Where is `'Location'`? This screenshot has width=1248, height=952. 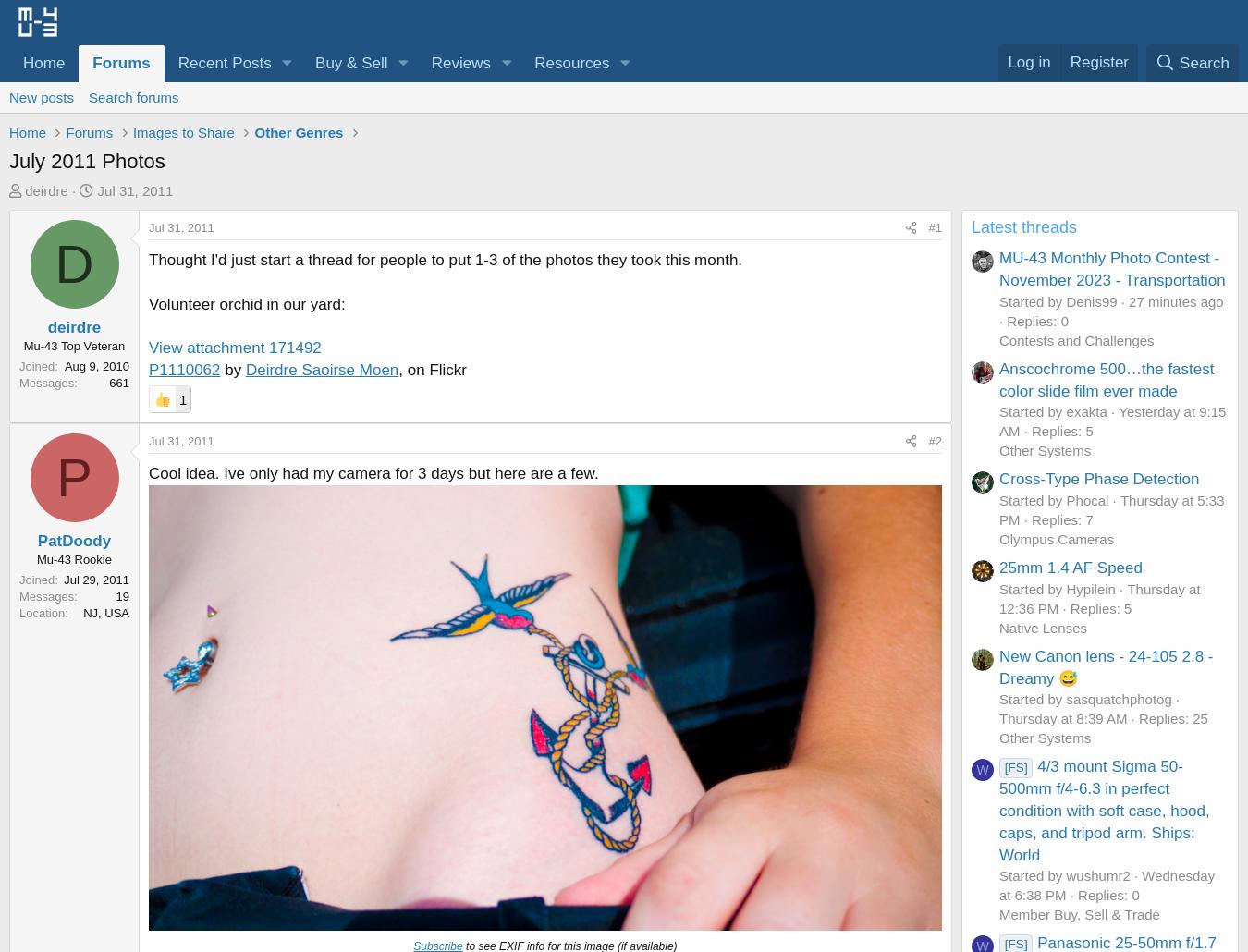 'Location' is located at coordinates (41, 611).